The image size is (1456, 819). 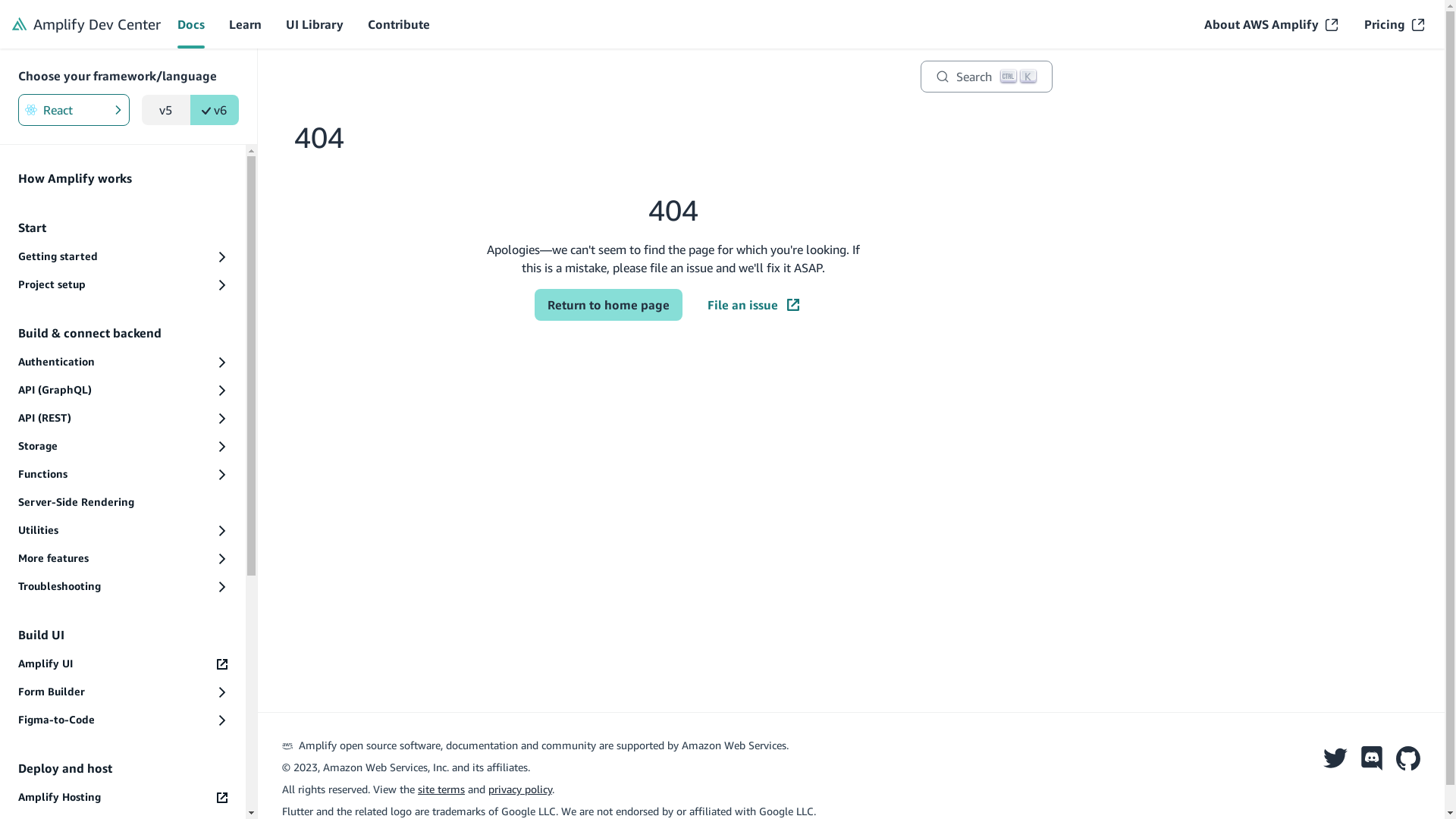 What do you see at coordinates (123, 473) in the screenshot?
I see `'Functions'` at bounding box center [123, 473].